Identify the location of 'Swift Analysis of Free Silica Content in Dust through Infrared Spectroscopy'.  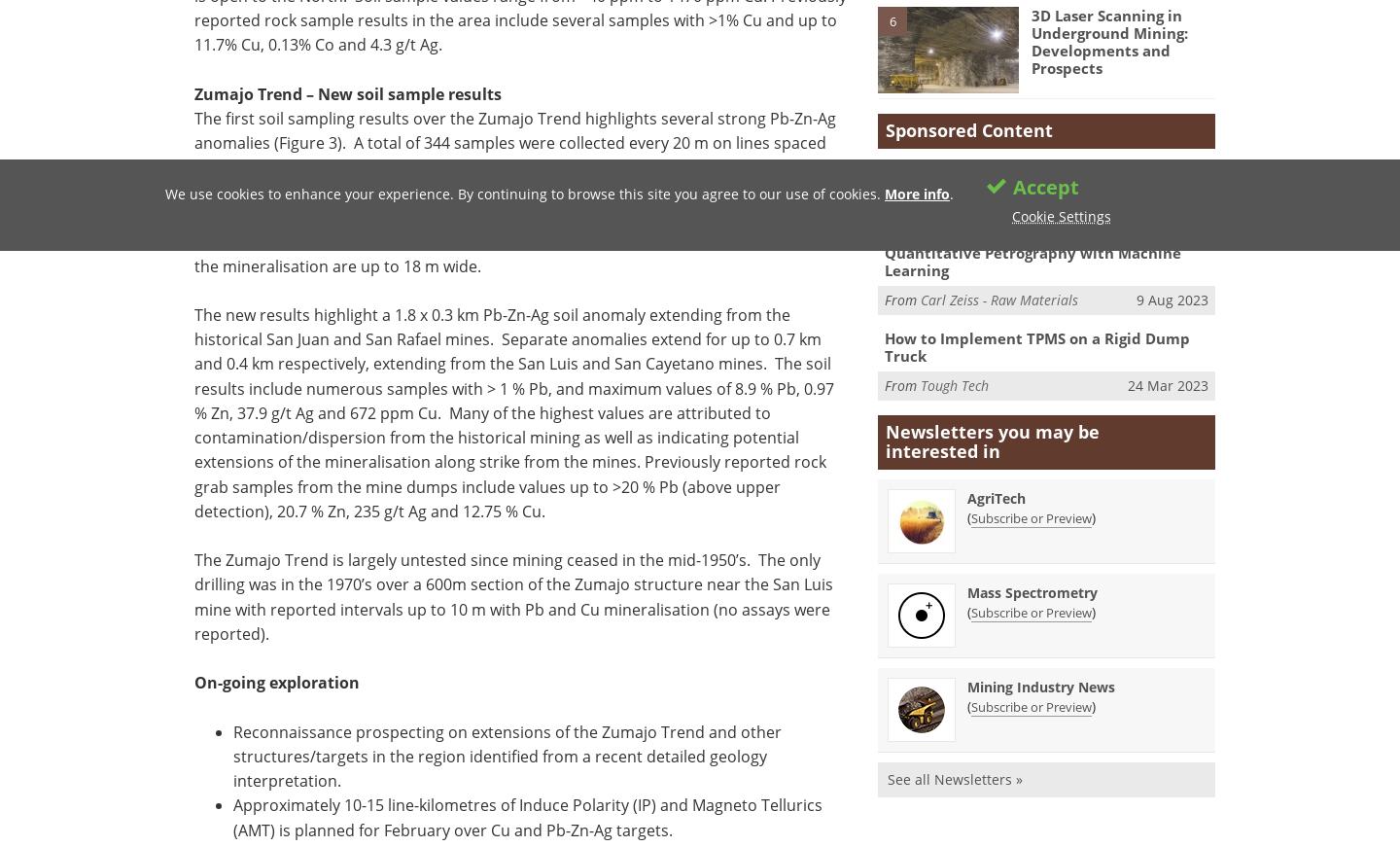
(1043, 175).